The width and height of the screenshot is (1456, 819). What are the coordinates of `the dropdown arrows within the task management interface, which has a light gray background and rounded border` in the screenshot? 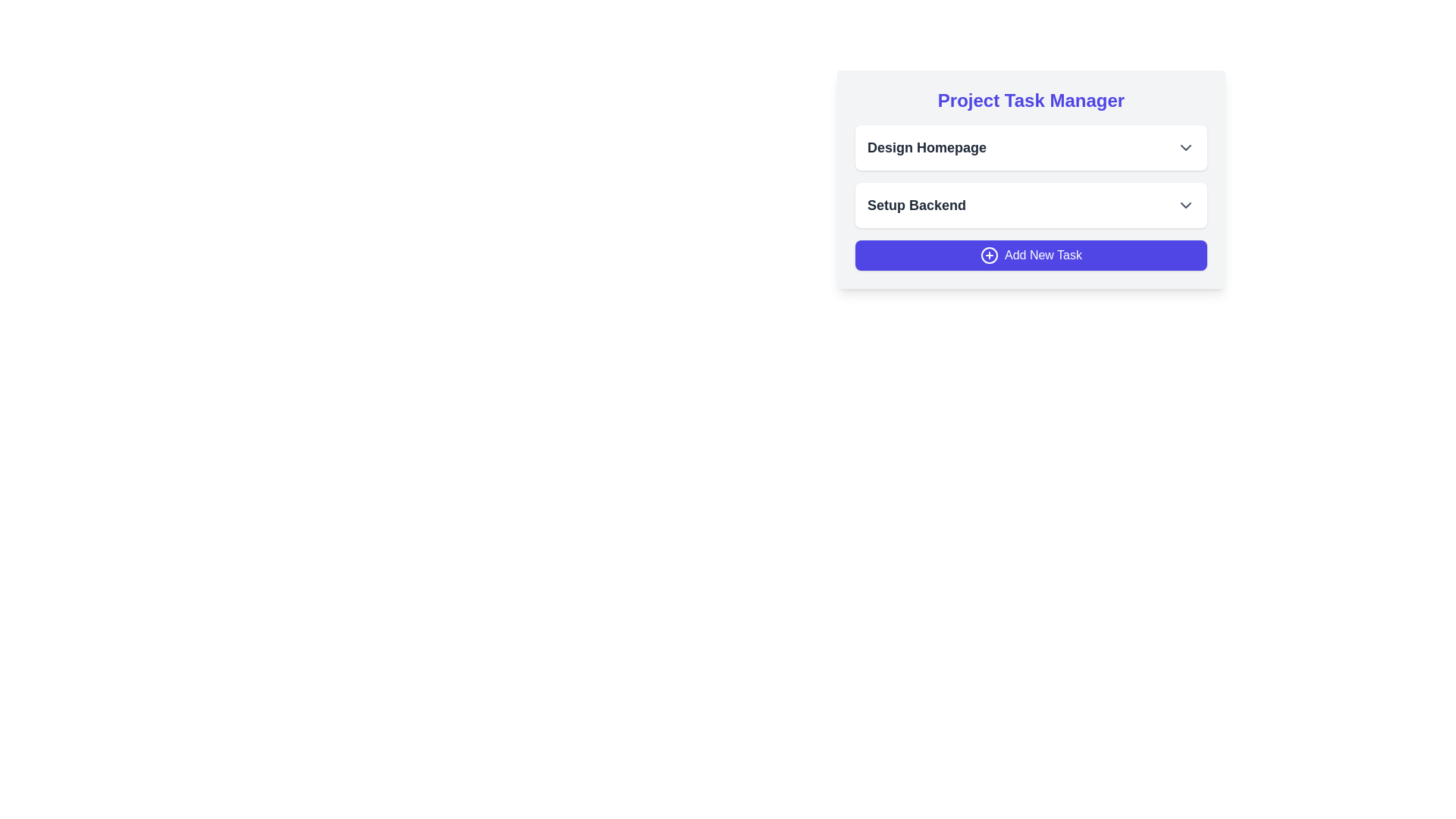 It's located at (1031, 178).